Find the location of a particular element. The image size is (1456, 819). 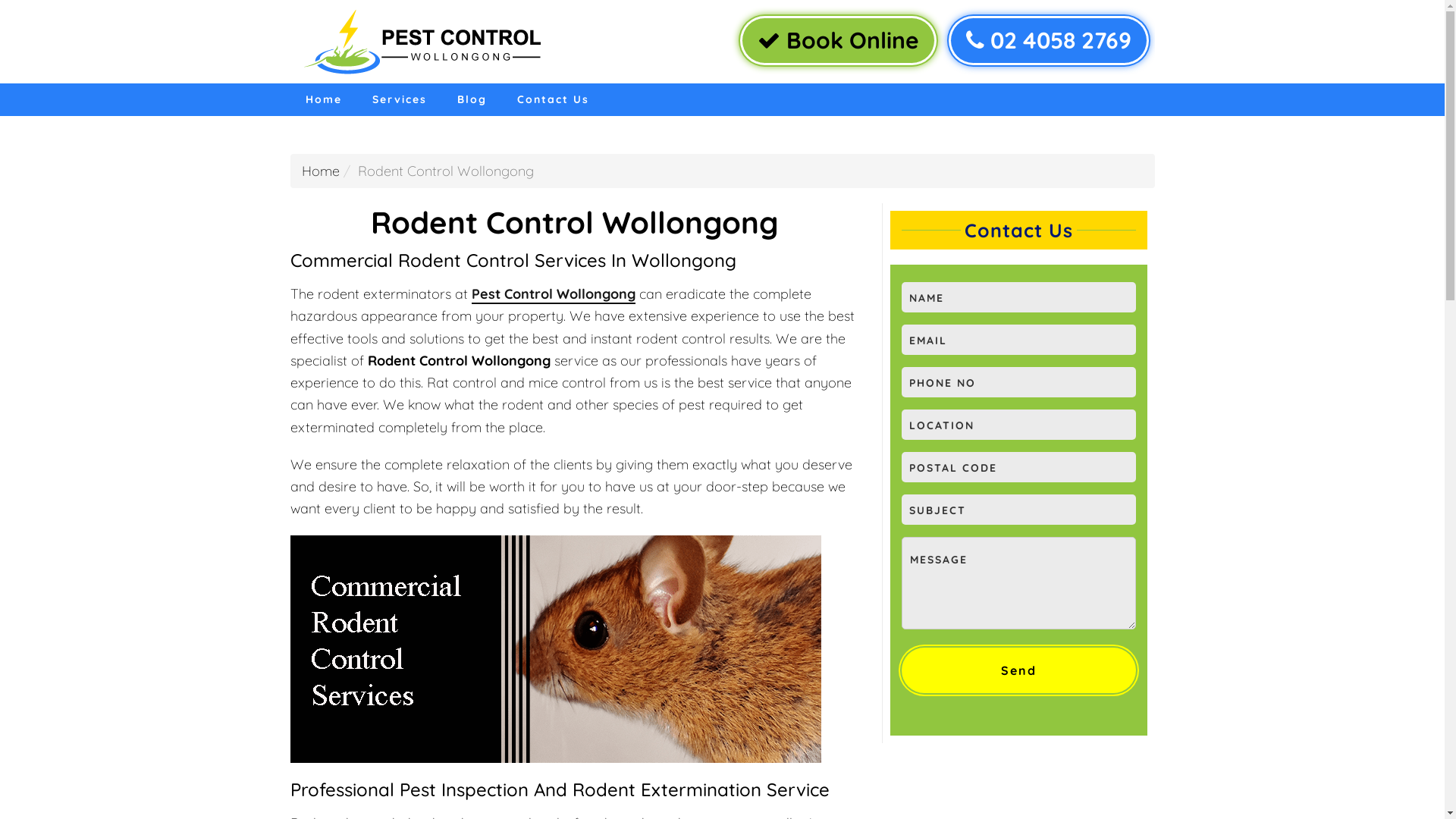

'Pest Control Wollongong' is located at coordinates (552, 294).